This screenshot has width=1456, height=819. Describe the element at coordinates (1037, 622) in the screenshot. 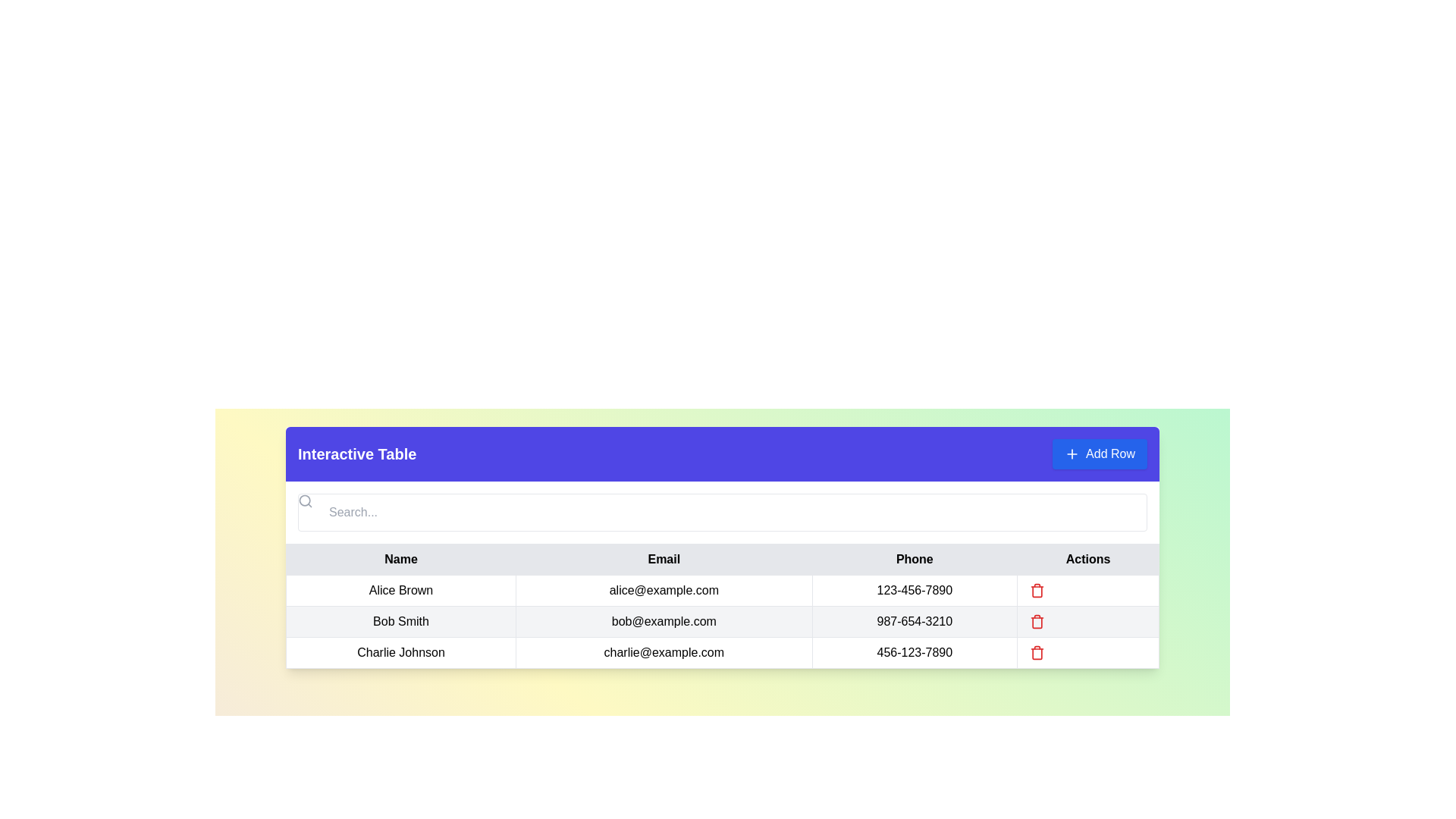

I see `the red trash can icon button located in the 'Actions' column of the second row, next to the 'Phone' column for the contact 'Bob Smith'` at that location.